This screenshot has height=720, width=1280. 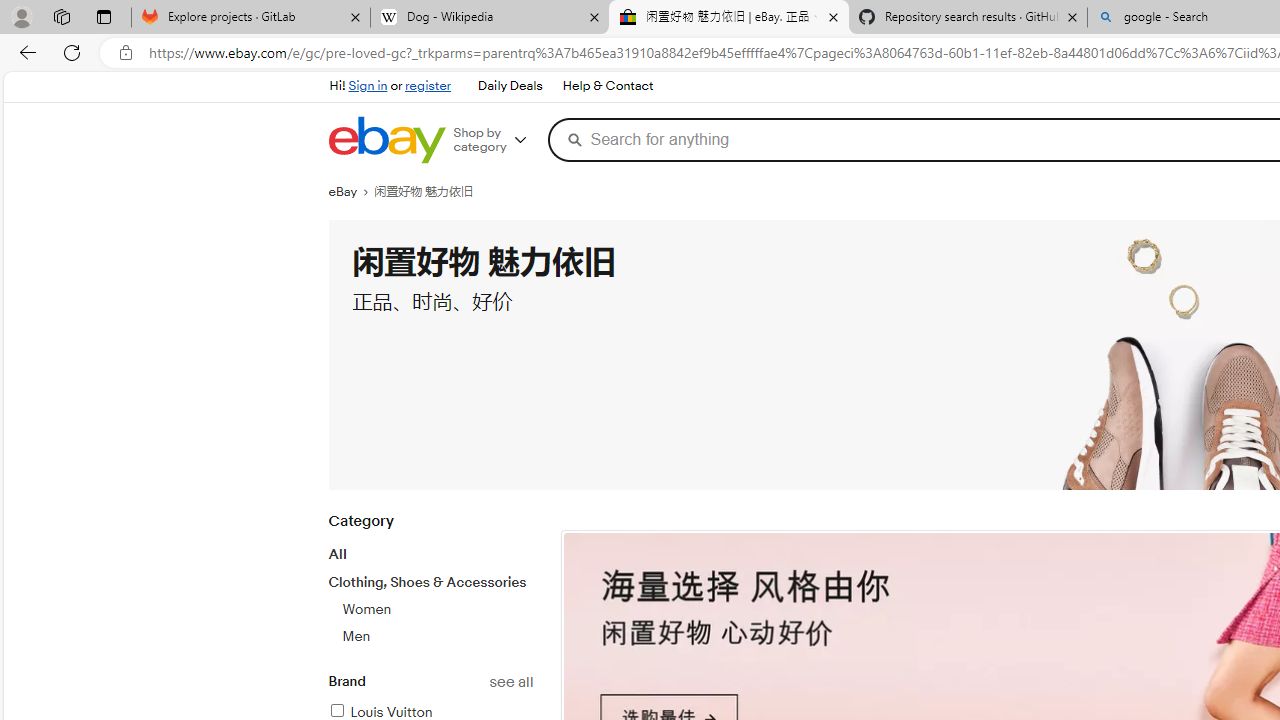 I want to click on 'eBay', so click(x=351, y=191).